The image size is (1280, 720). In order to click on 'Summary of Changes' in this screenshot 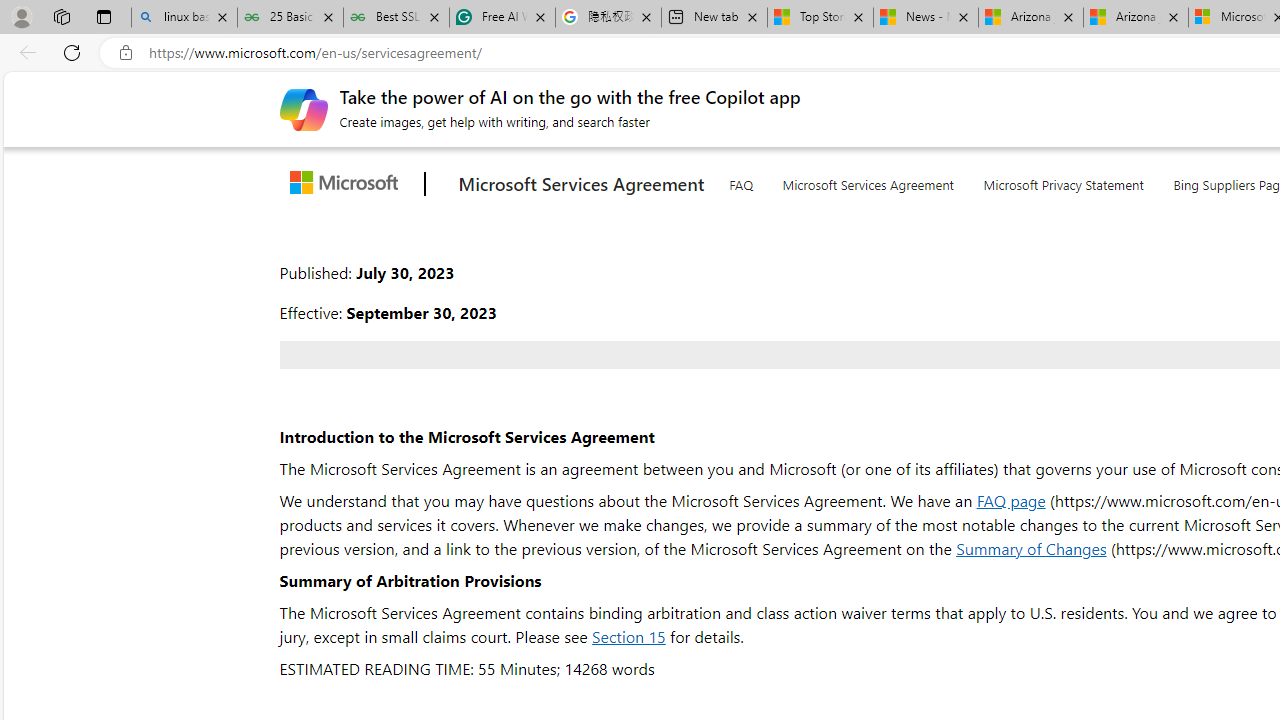, I will do `click(1031, 548)`.